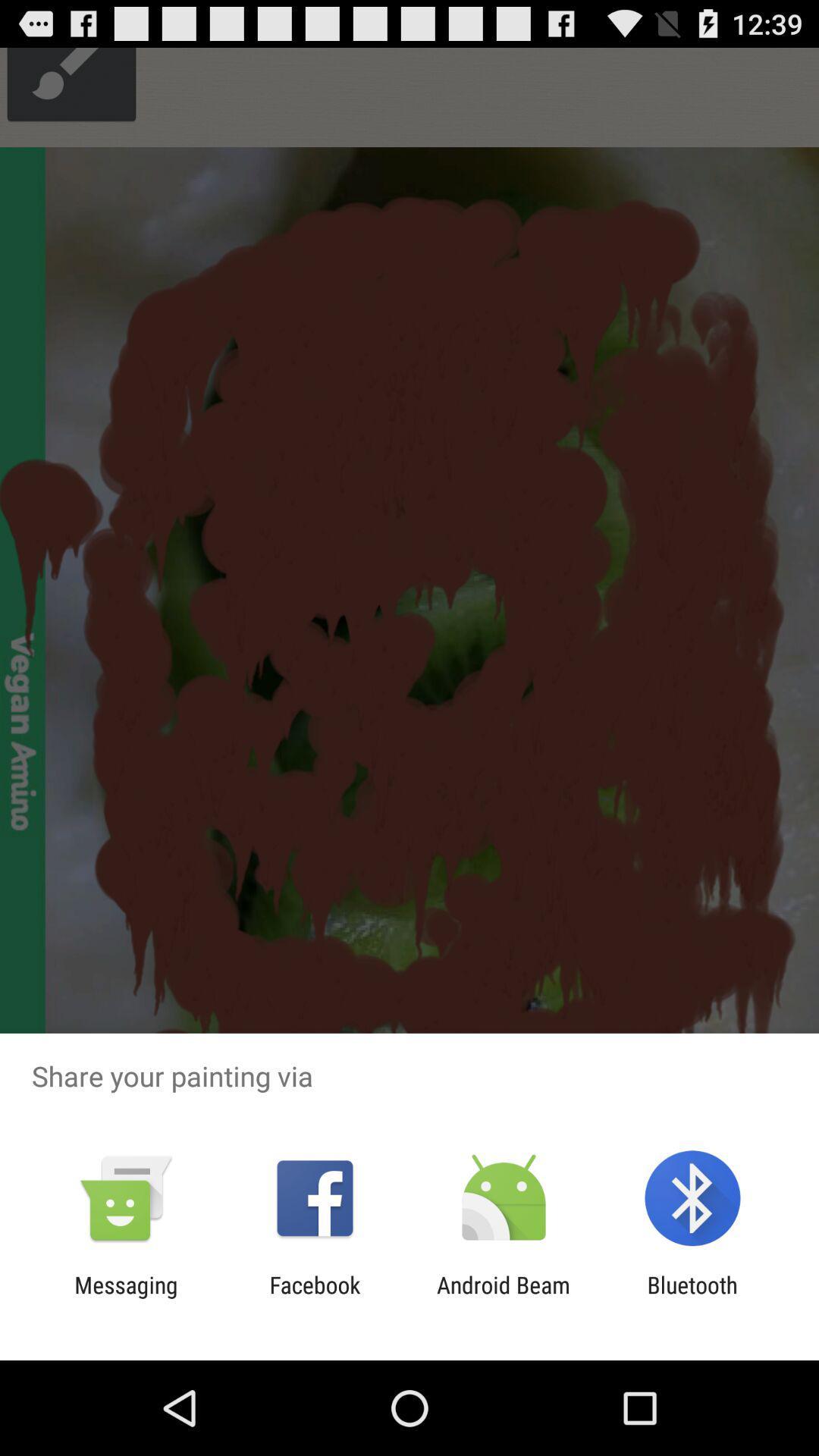 This screenshot has height=1456, width=819. What do you see at coordinates (125, 1298) in the screenshot?
I see `app next to facebook icon` at bounding box center [125, 1298].